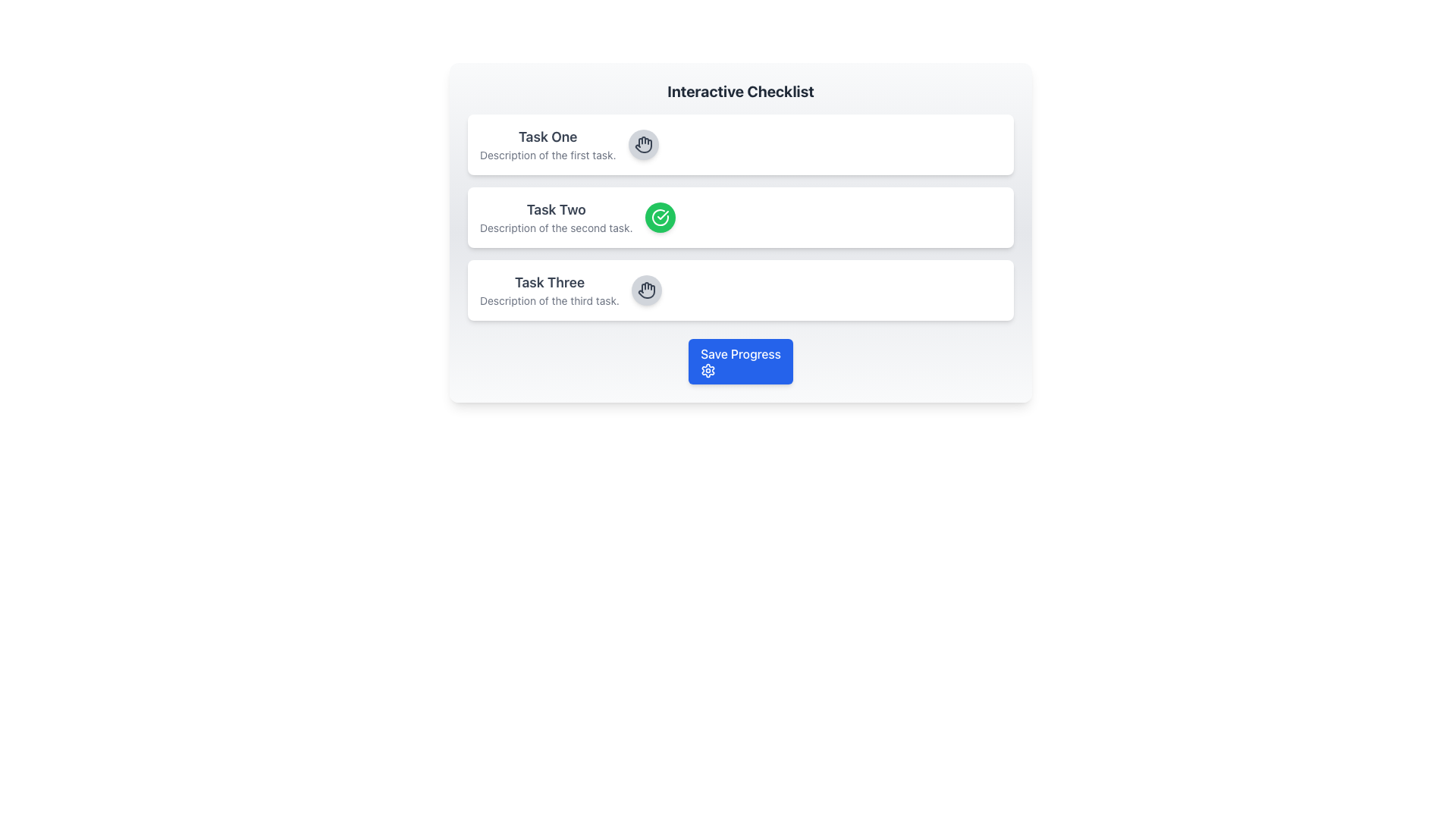 This screenshot has height=819, width=1456. What do you see at coordinates (660, 217) in the screenshot?
I see `the circular green button with a checkmark icon` at bounding box center [660, 217].